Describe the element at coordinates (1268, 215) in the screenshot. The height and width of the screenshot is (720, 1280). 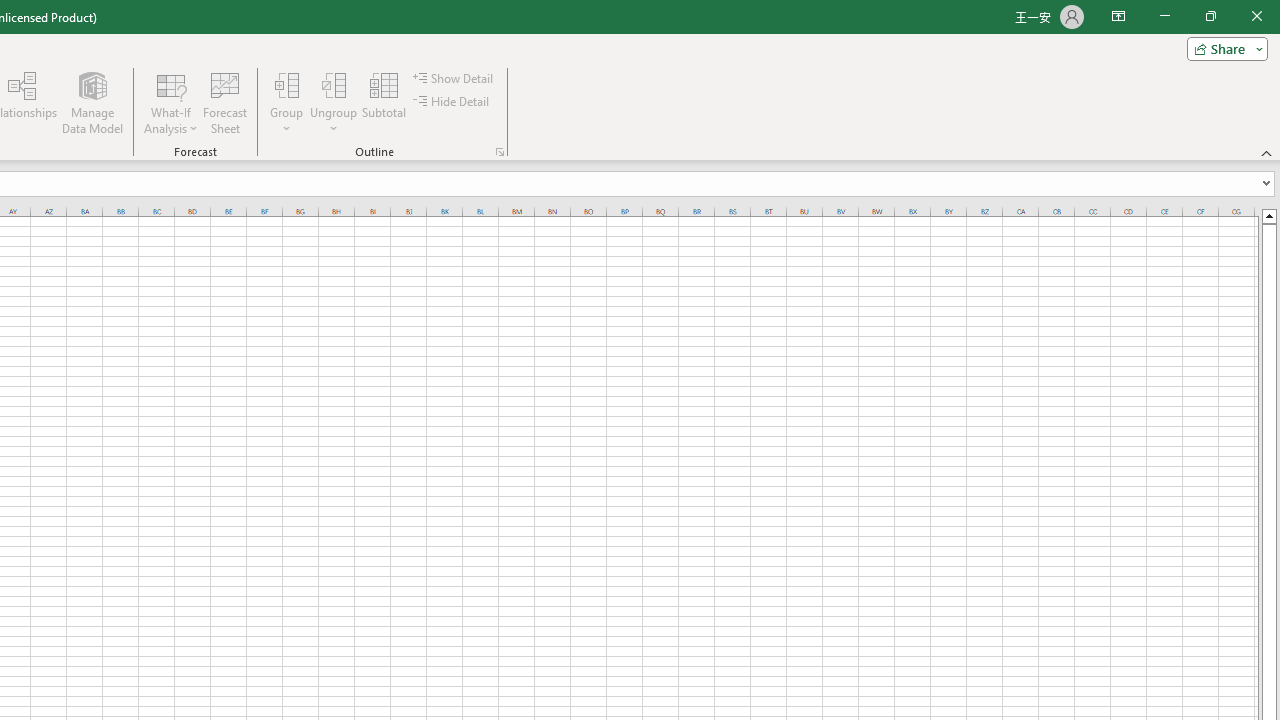
I see `'Line up'` at that location.